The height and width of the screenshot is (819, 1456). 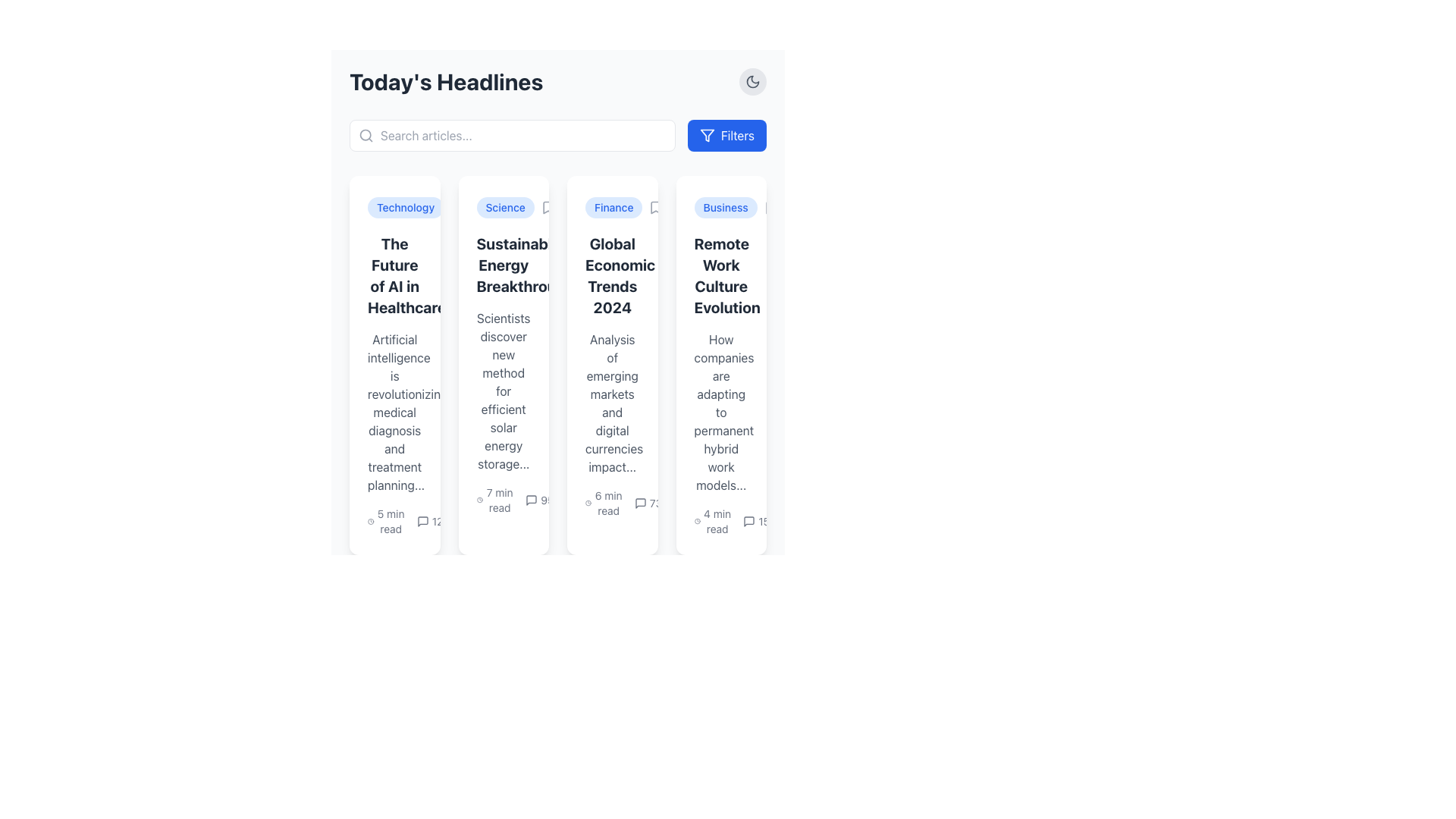 I want to click on informational label displaying '7 min read' located at the bottom of the second card, which includes a clock icon, to understand the reading duration, so click(x=494, y=500).